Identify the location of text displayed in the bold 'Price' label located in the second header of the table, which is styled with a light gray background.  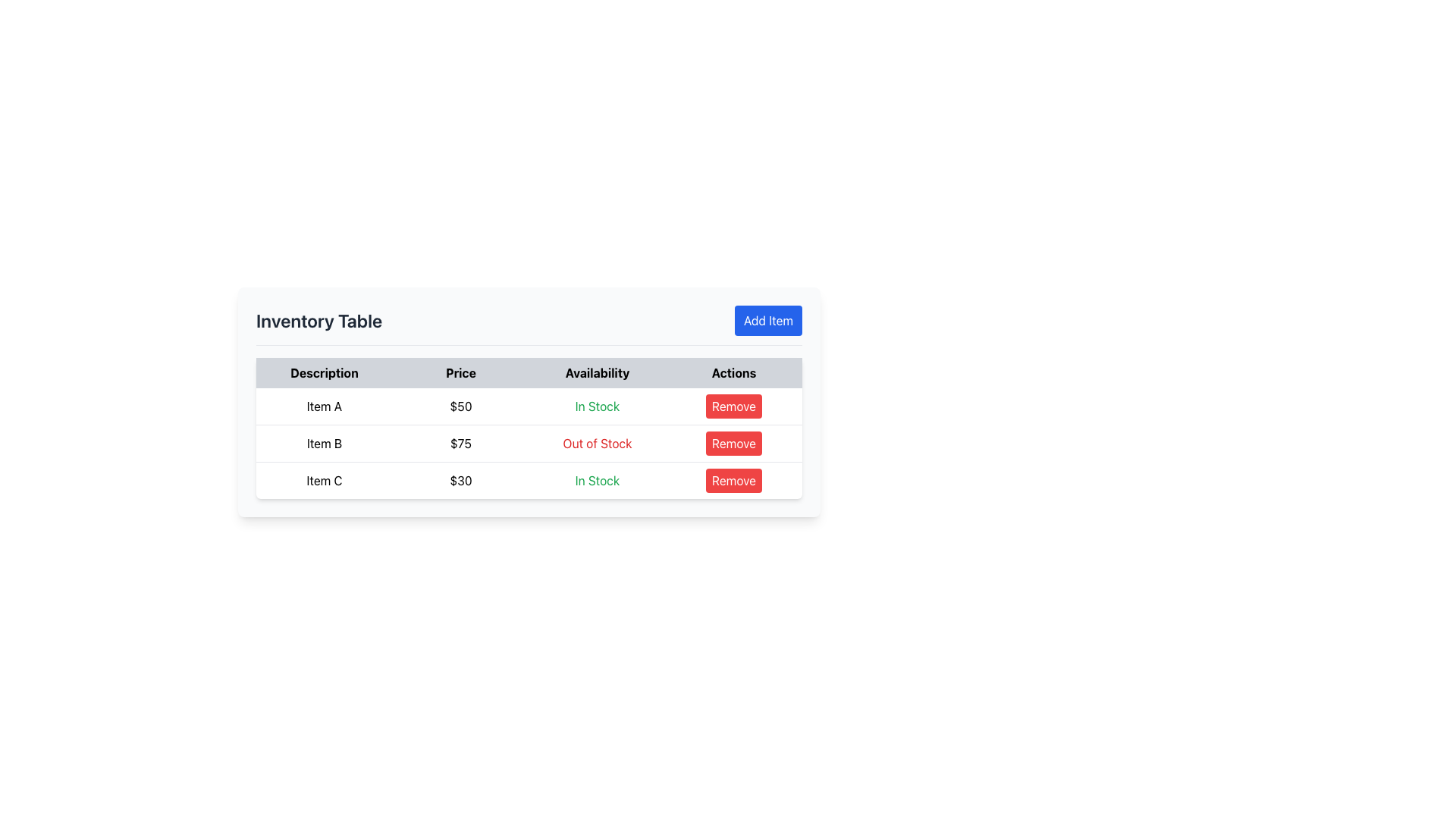
(460, 373).